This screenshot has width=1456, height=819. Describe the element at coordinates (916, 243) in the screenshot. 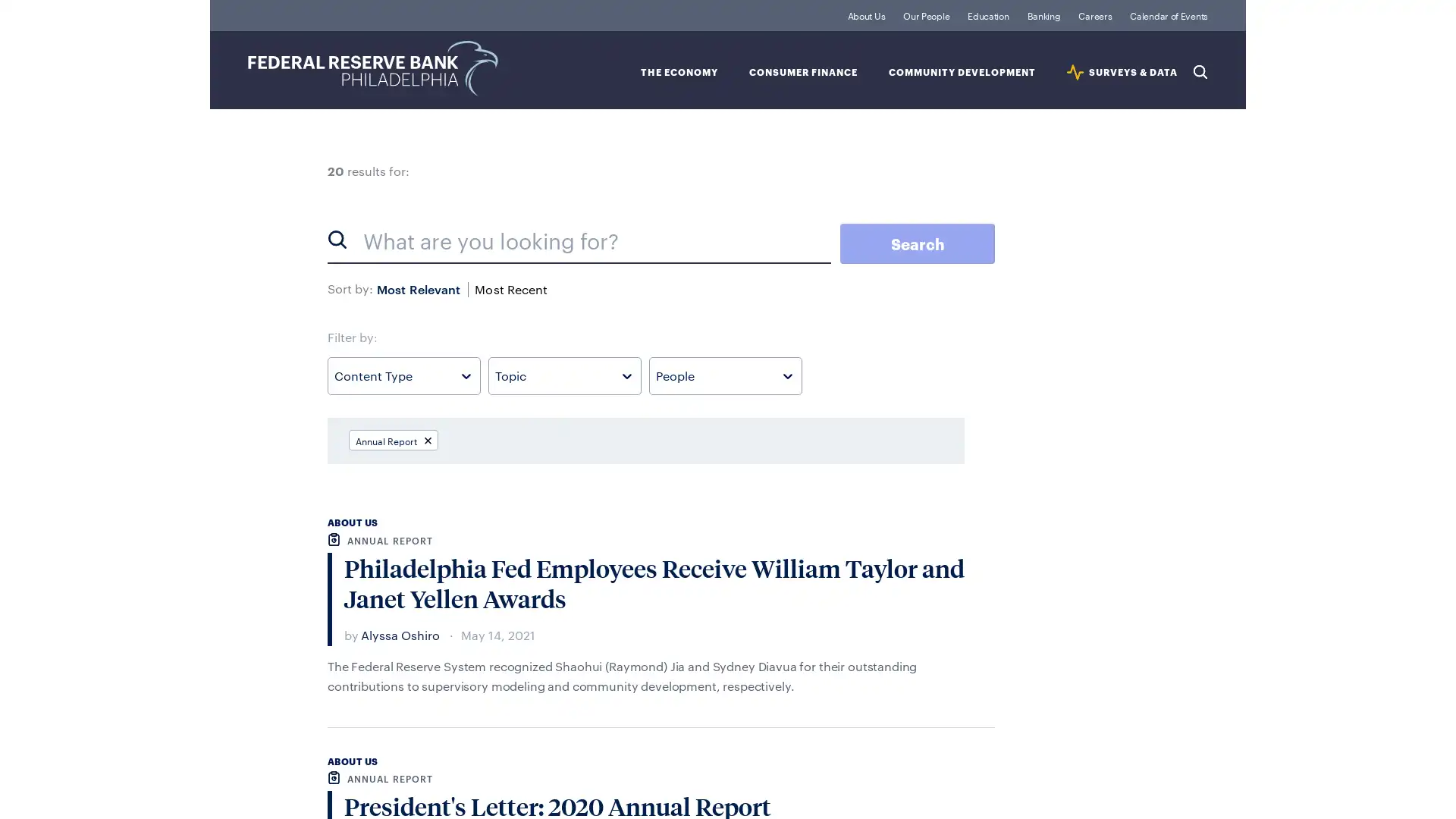

I see `Search` at that location.